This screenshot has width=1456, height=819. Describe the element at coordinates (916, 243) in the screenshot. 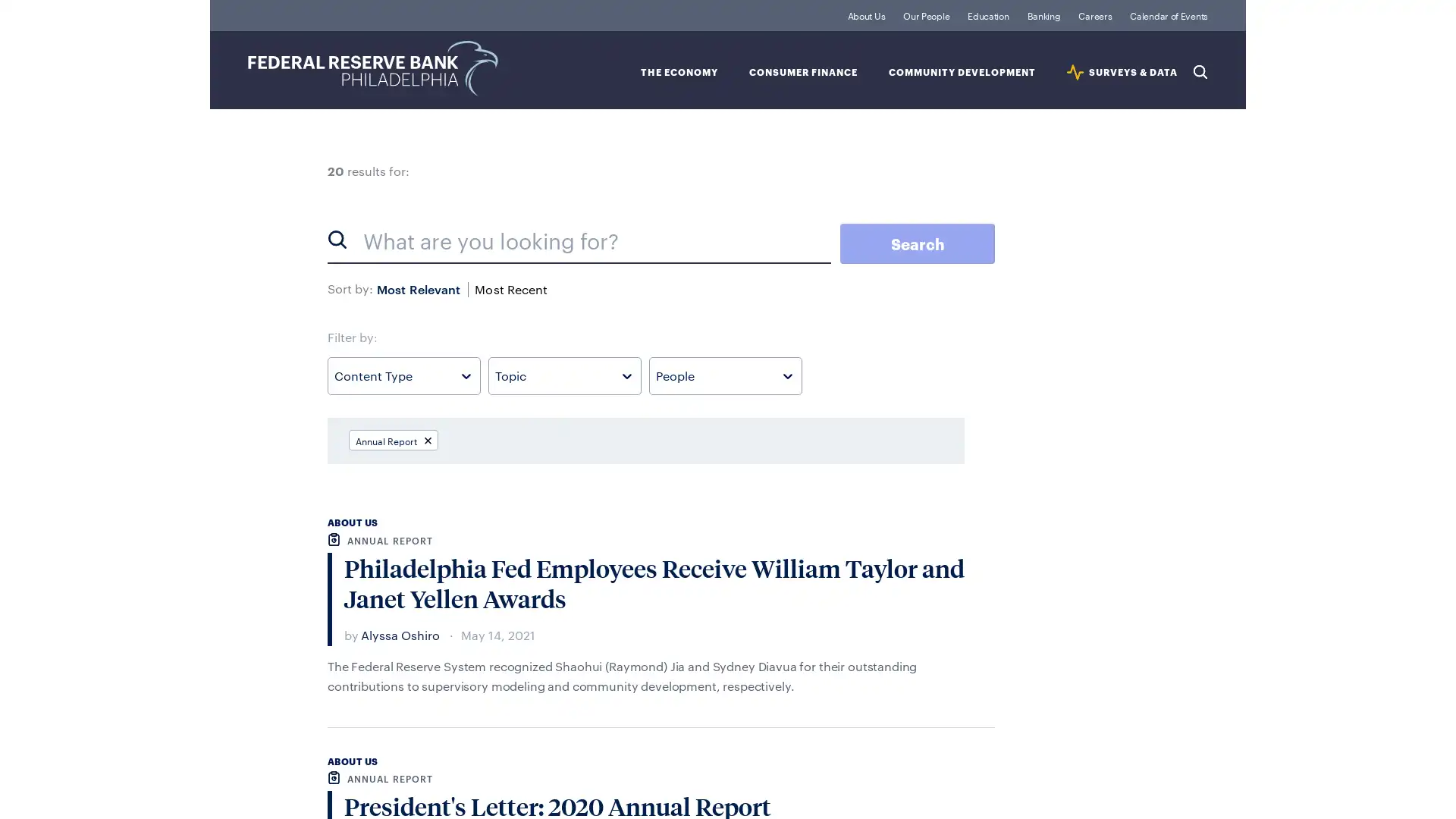

I see `Search` at that location.